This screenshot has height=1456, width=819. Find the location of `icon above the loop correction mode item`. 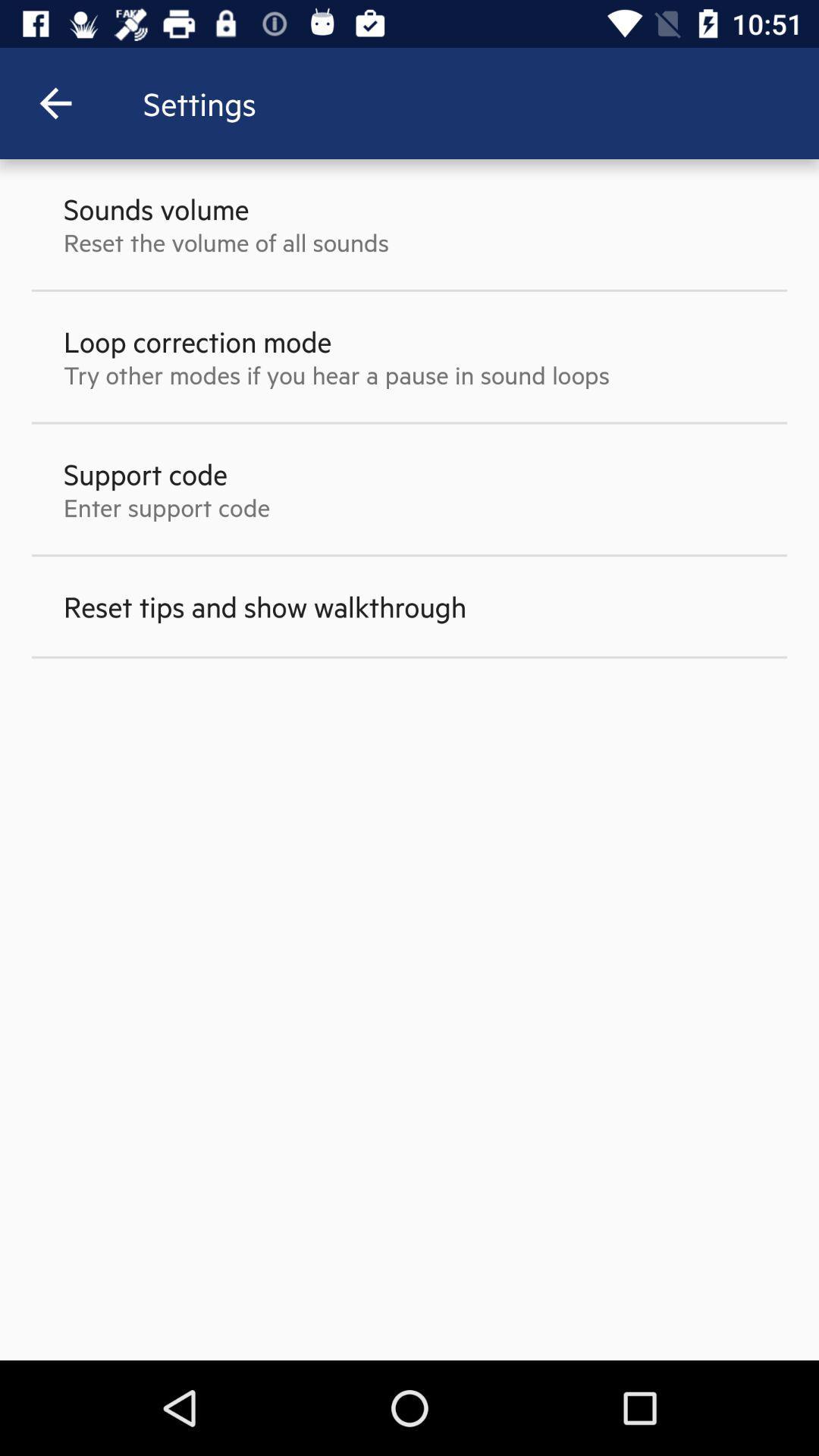

icon above the loop correction mode item is located at coordinates (226, 241).